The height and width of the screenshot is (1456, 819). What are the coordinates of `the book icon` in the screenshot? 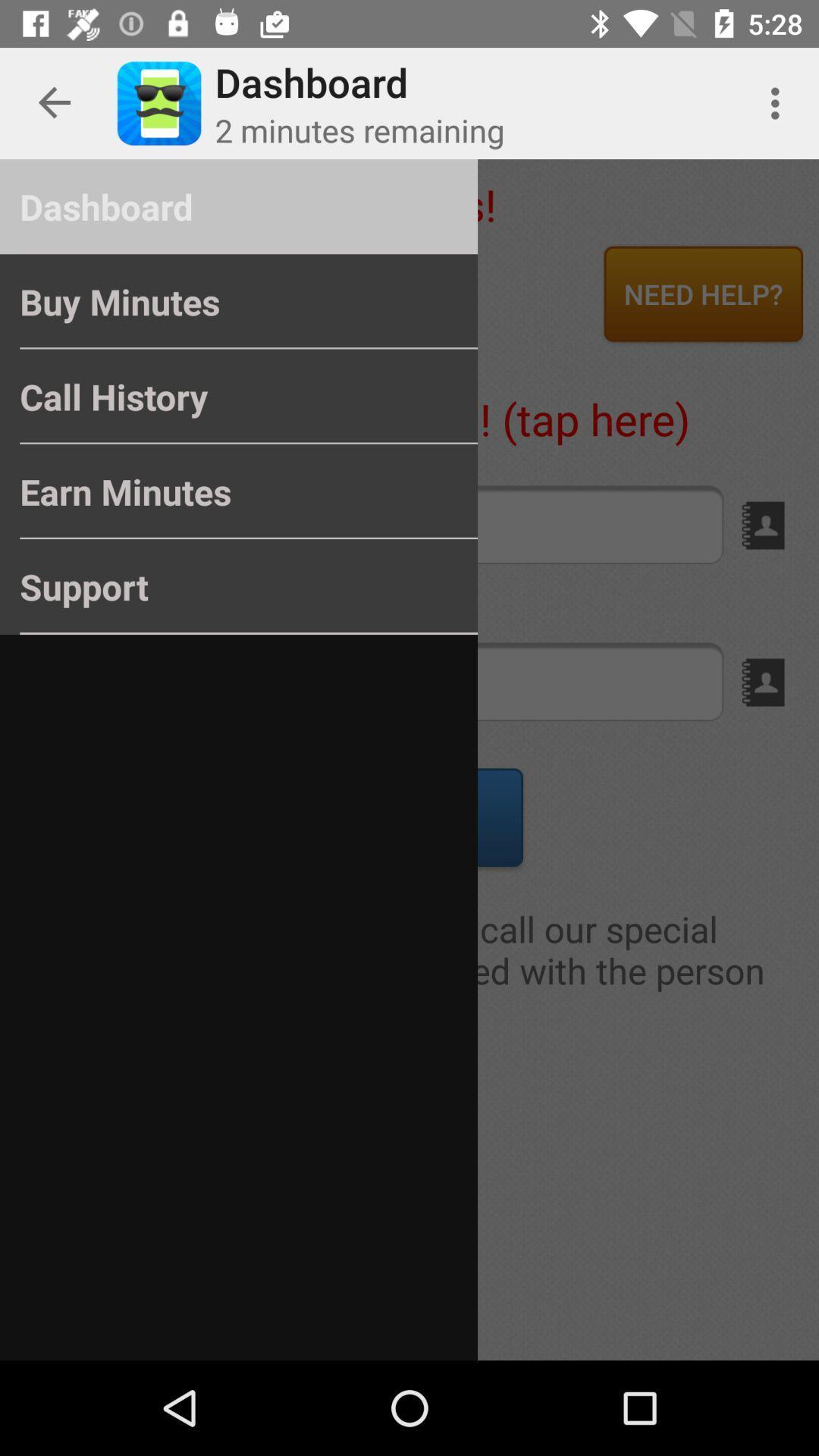 It's located at (763, 525).